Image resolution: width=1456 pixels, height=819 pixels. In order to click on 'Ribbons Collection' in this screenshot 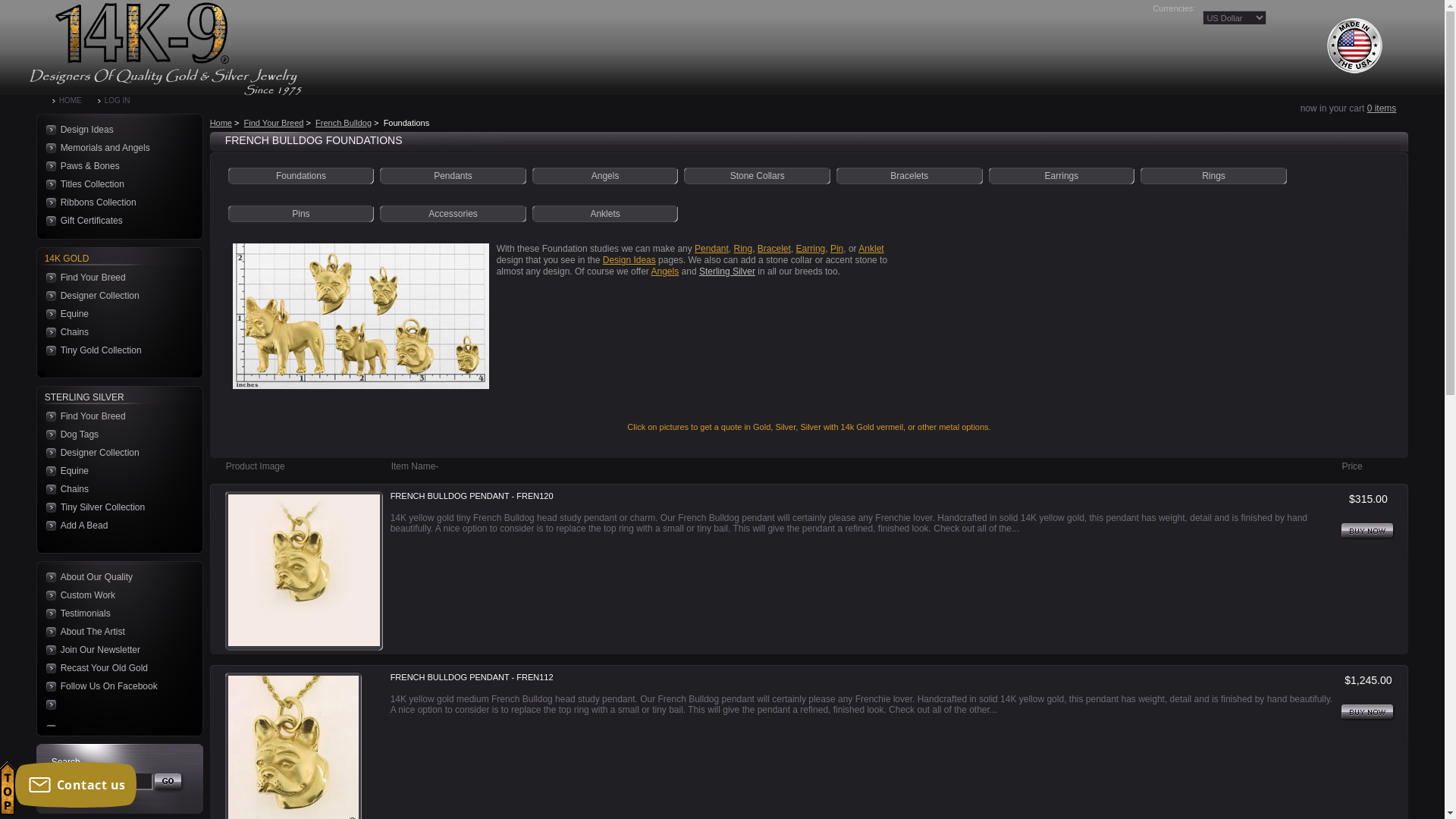, I will do `click(115, 201)`.